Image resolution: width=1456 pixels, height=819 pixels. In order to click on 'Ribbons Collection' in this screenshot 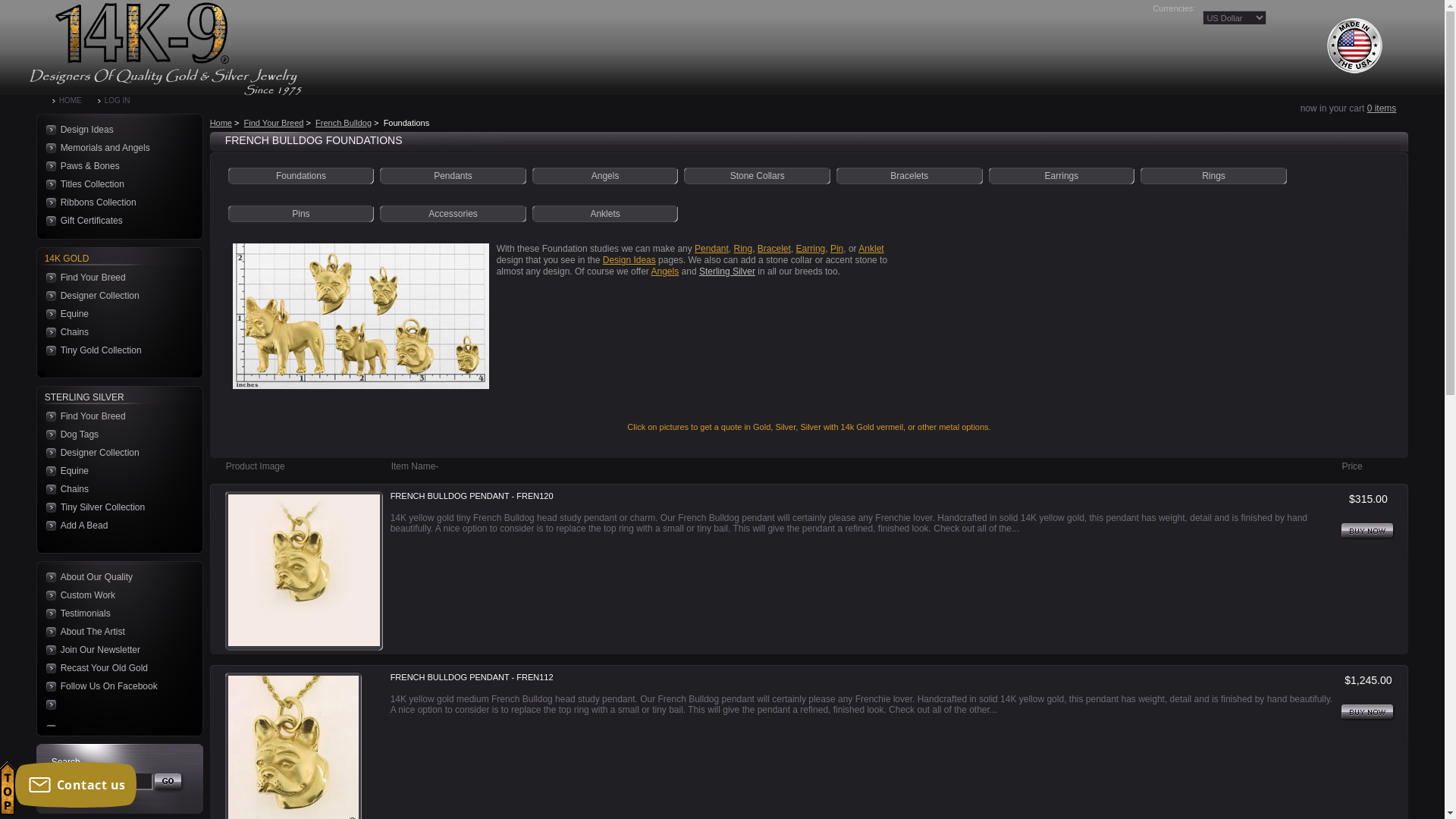, I will do `click(115, 201)`.